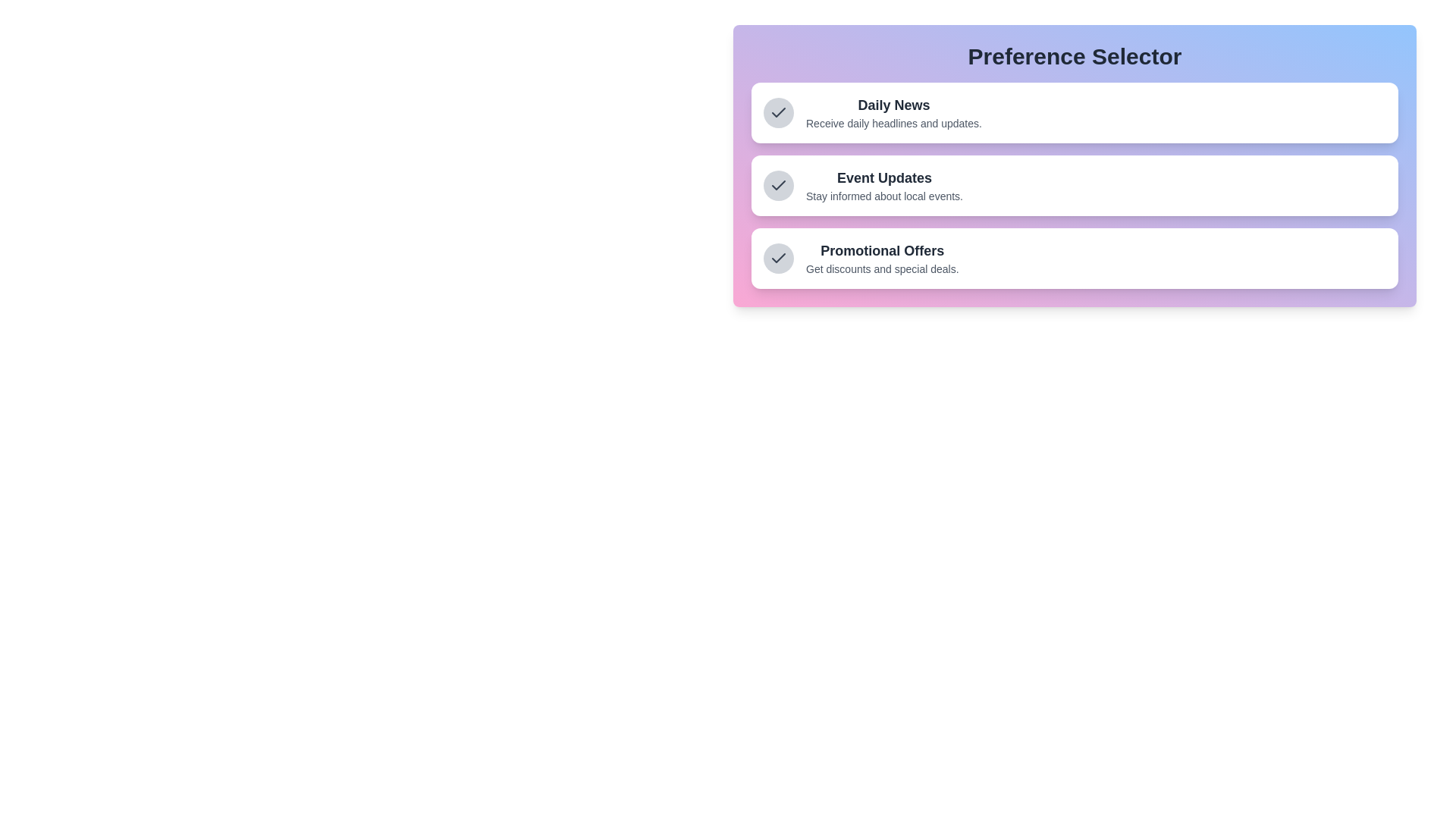 This screenshot has width=1456, height=819. I want to click on the preference item Event Updates to focus on it, so click(779, 185).